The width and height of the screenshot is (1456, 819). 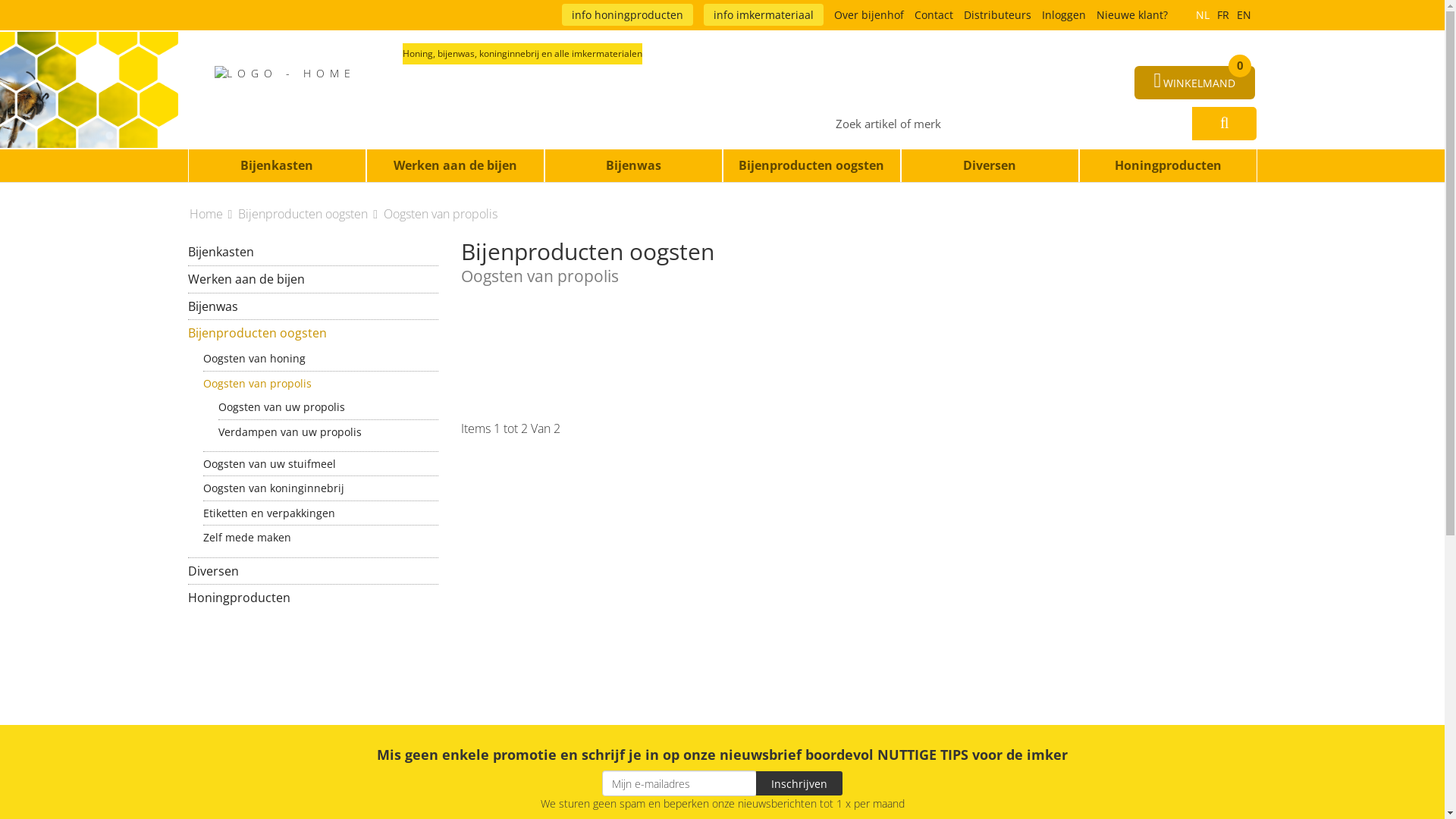 I want to click on 'Oogsten van propolis', so click(x=319, y=382).